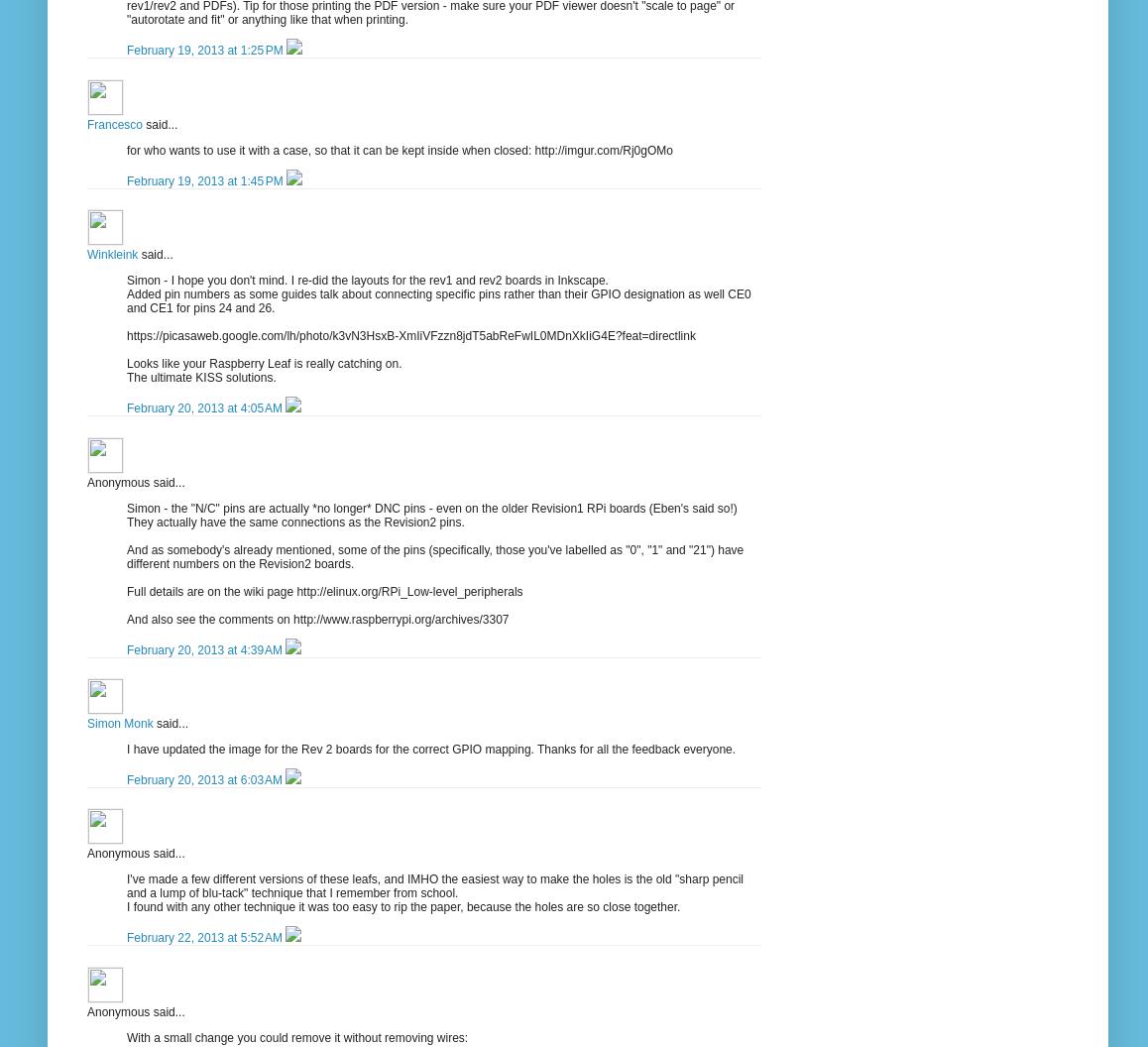 The image size is (1148, 1047). Describe the element at coordinates (430, 748) in the screenshot. I see `'I have updated the image for the Rev 2 boards for the correct GPIO mapping. Thanks for all the feedback everyone.'` at that location.